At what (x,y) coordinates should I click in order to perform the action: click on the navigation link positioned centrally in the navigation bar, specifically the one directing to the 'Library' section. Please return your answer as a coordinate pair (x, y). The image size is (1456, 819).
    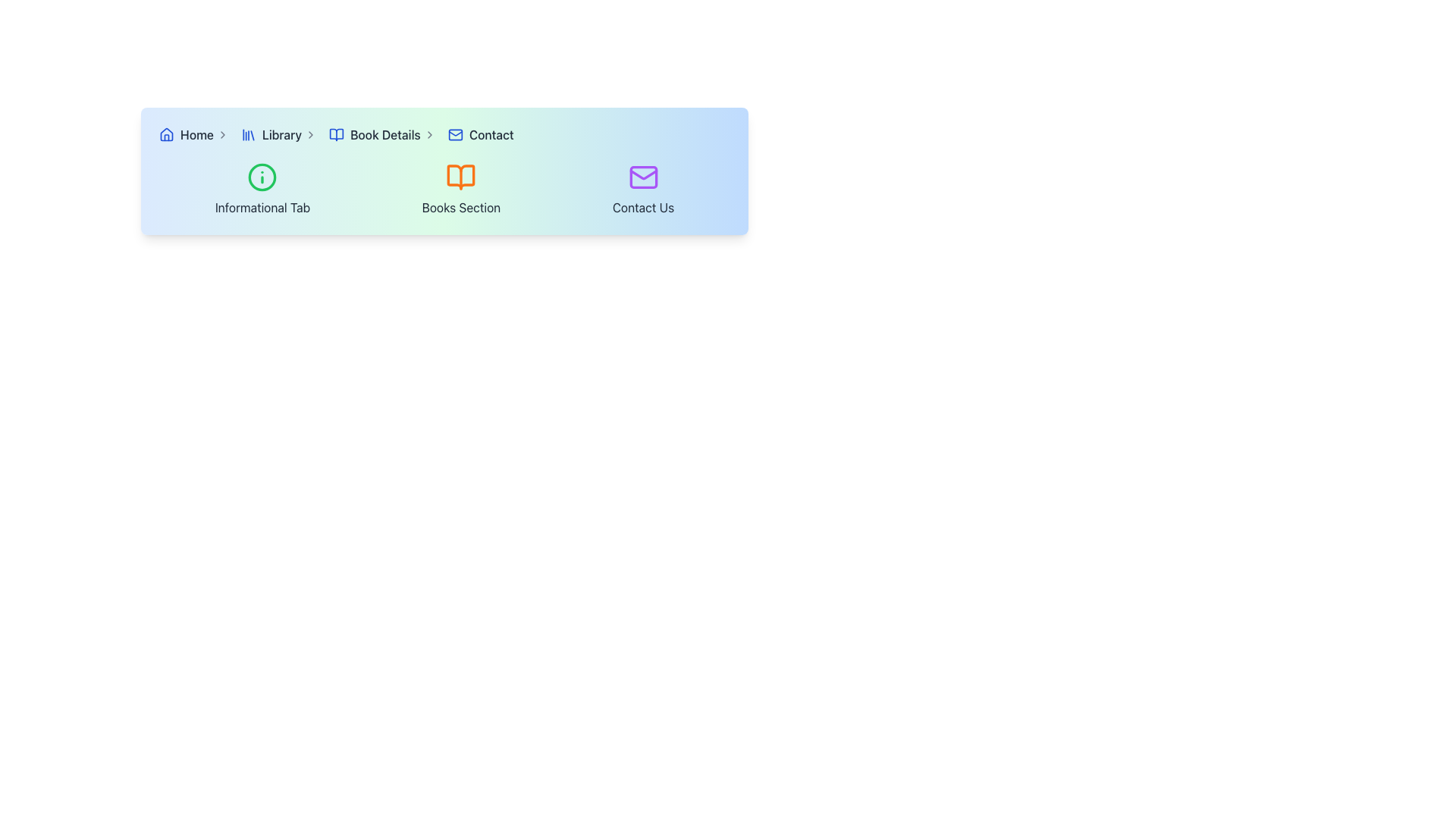
    Looking at the image, I should click on (280, 133).